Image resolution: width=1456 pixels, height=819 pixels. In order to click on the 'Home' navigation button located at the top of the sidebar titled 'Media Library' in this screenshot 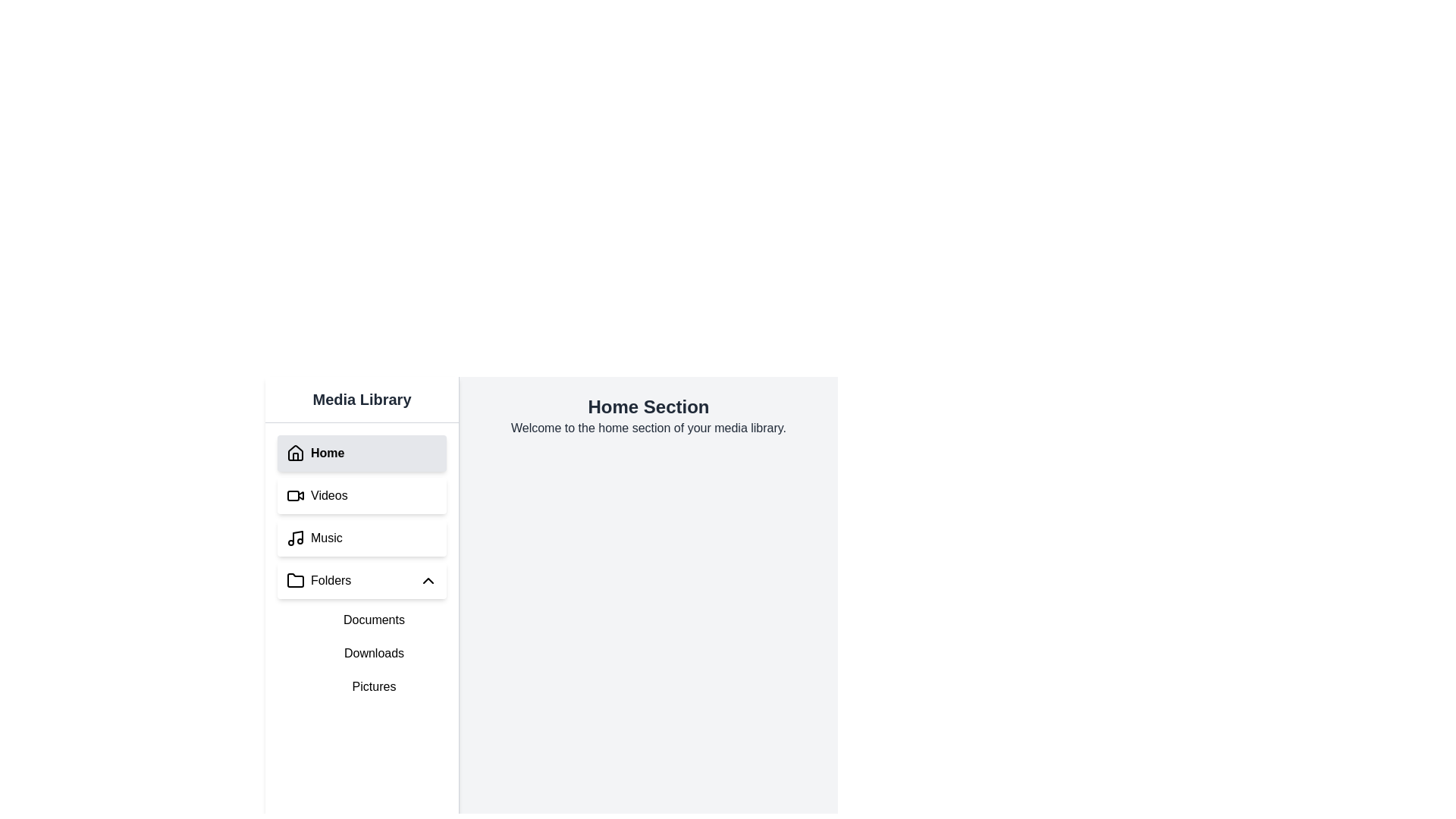, I will do `click(361, 452)`.